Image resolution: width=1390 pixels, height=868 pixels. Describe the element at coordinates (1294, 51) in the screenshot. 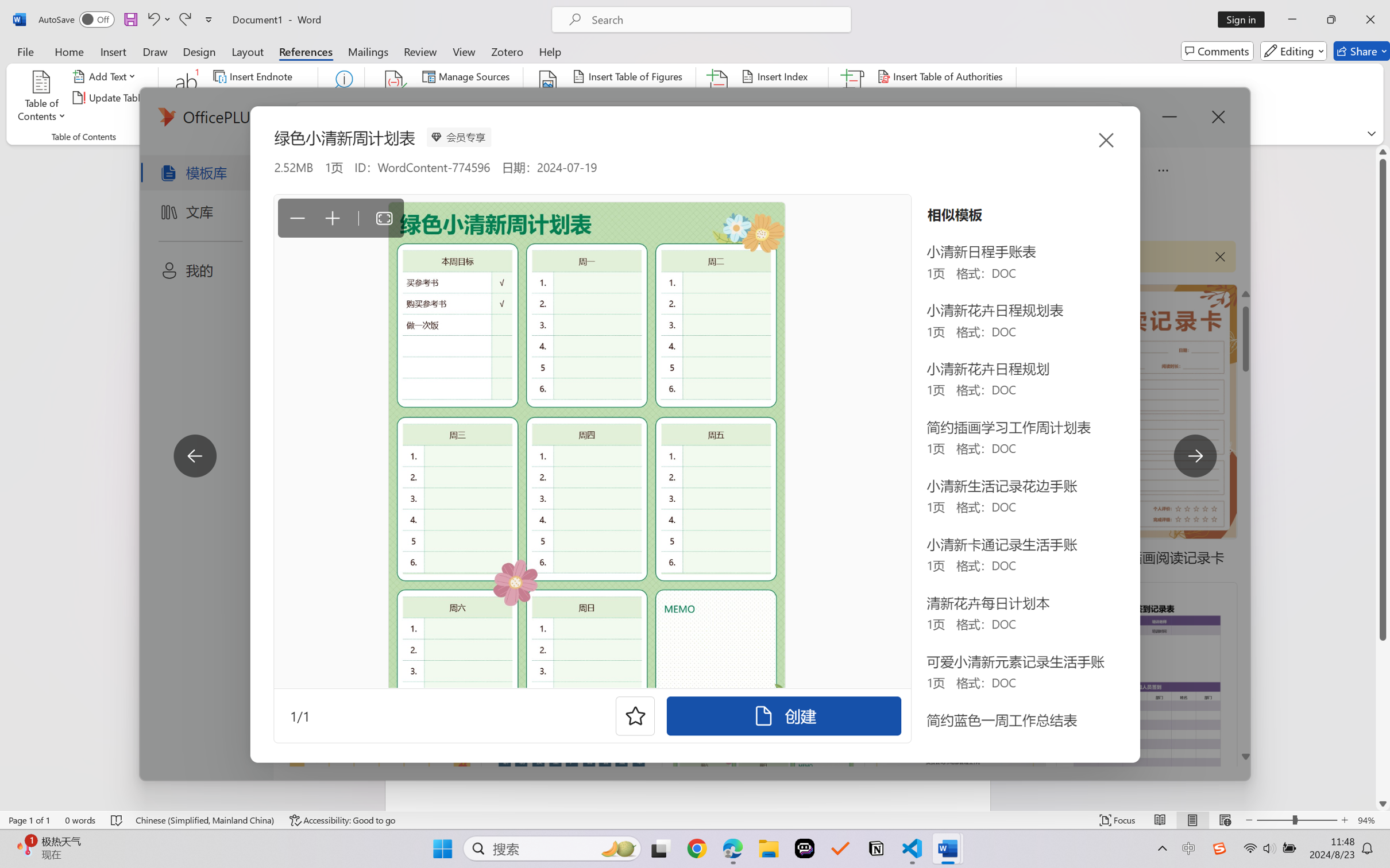

I see `'Editing'` at that location.